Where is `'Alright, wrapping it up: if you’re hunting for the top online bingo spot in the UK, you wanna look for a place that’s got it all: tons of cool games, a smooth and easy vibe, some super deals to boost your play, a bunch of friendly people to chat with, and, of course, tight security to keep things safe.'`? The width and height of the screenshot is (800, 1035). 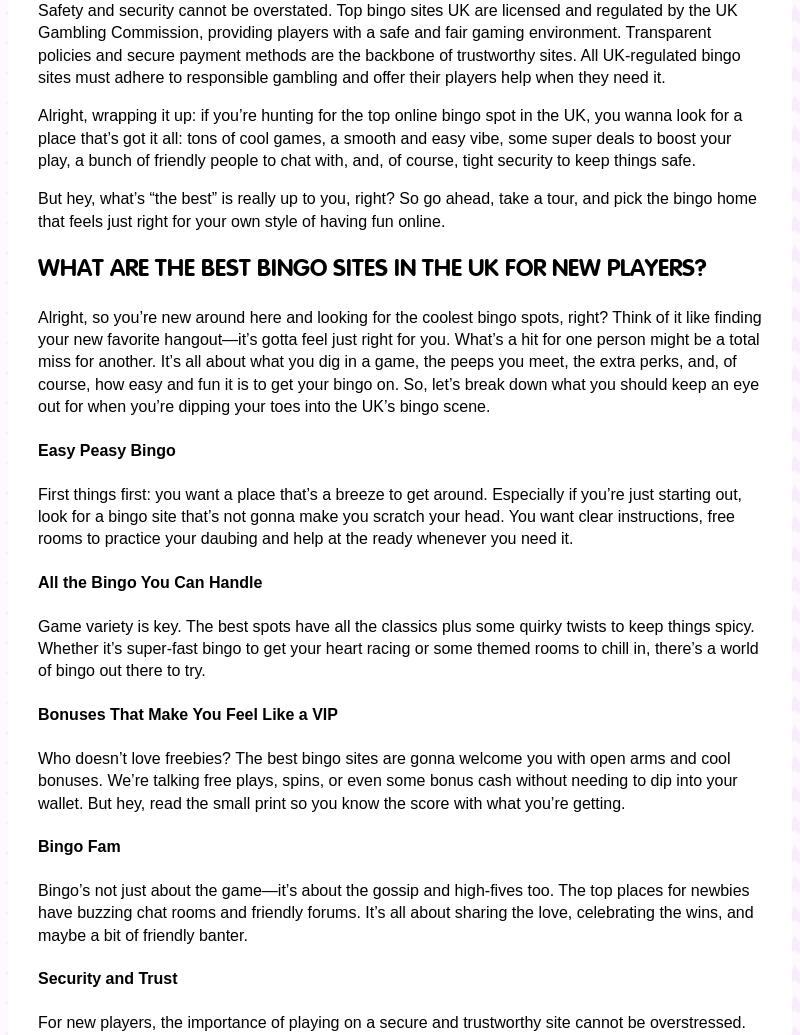 'Alright, wrapping it up: if you’re hunting for the top online bingo spot in the UK, you wanna look for a place that’s got it all: tons of cool games, a smooth and easy vibe, some super deals to boost your play, a bunch of friendly people to chat with, and, of course, tight security to keep things safe.' is located at coordinates (389, 137).